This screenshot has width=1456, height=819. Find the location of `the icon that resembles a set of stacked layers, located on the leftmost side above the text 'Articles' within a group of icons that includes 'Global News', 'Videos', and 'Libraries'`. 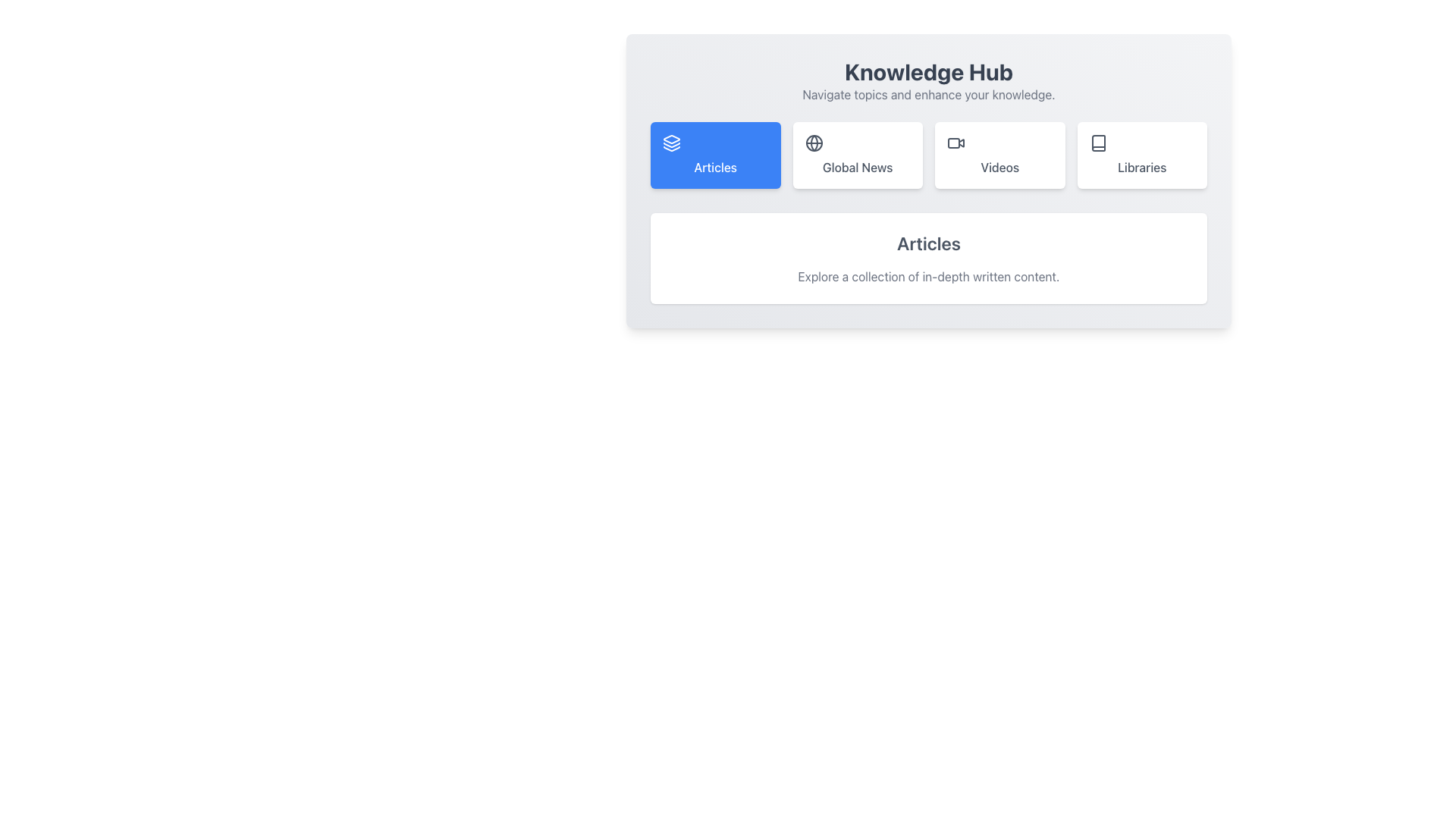

the icon that resembles a set of stacked layers, located on the leftmost side above the text 'Articles' within a group of icons that includes 'Global News', 'Videos', and 'Libraries' is located at coordinates (671, 140).